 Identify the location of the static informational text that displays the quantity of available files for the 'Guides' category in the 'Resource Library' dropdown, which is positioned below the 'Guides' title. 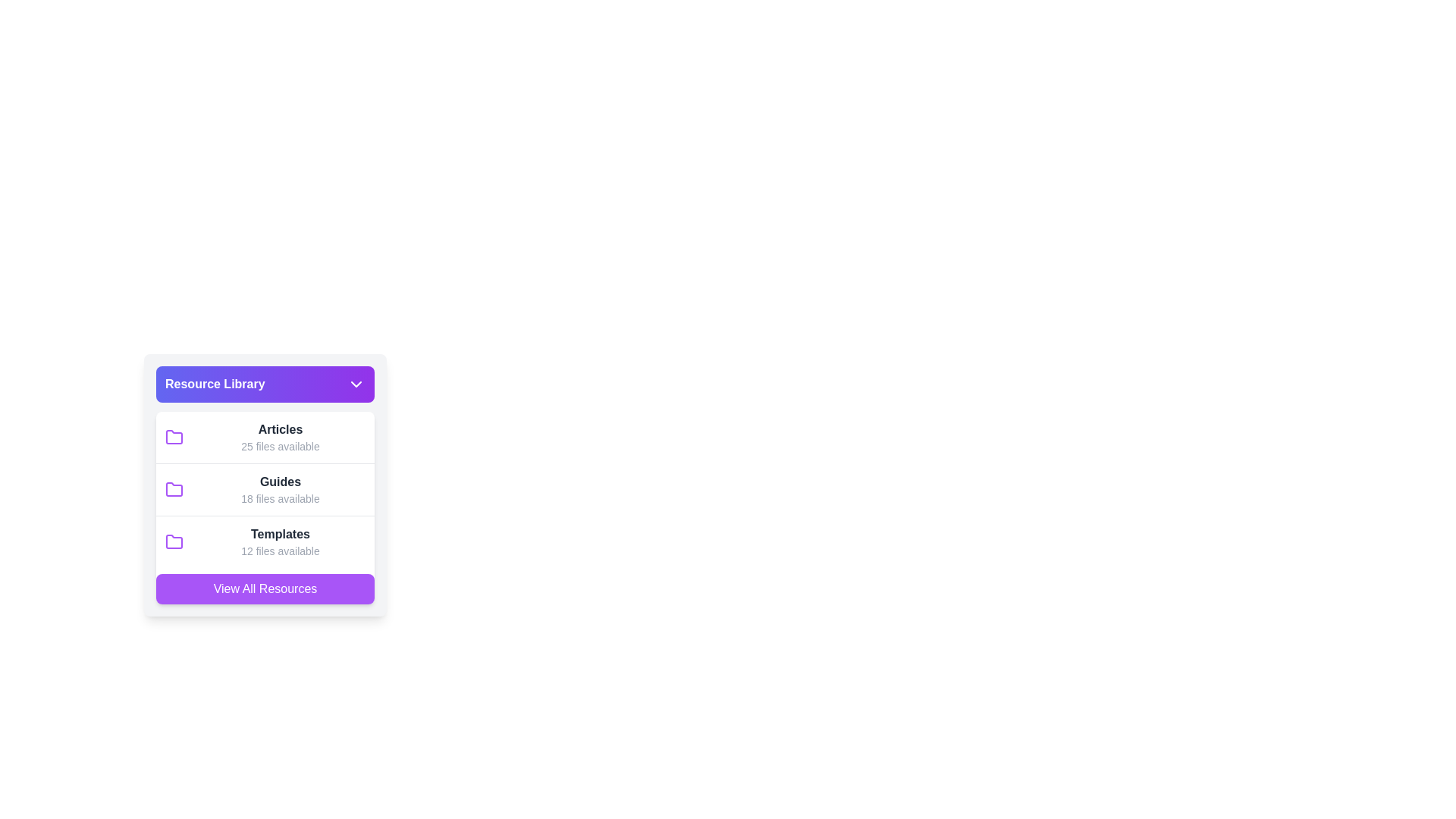
(280, 499).